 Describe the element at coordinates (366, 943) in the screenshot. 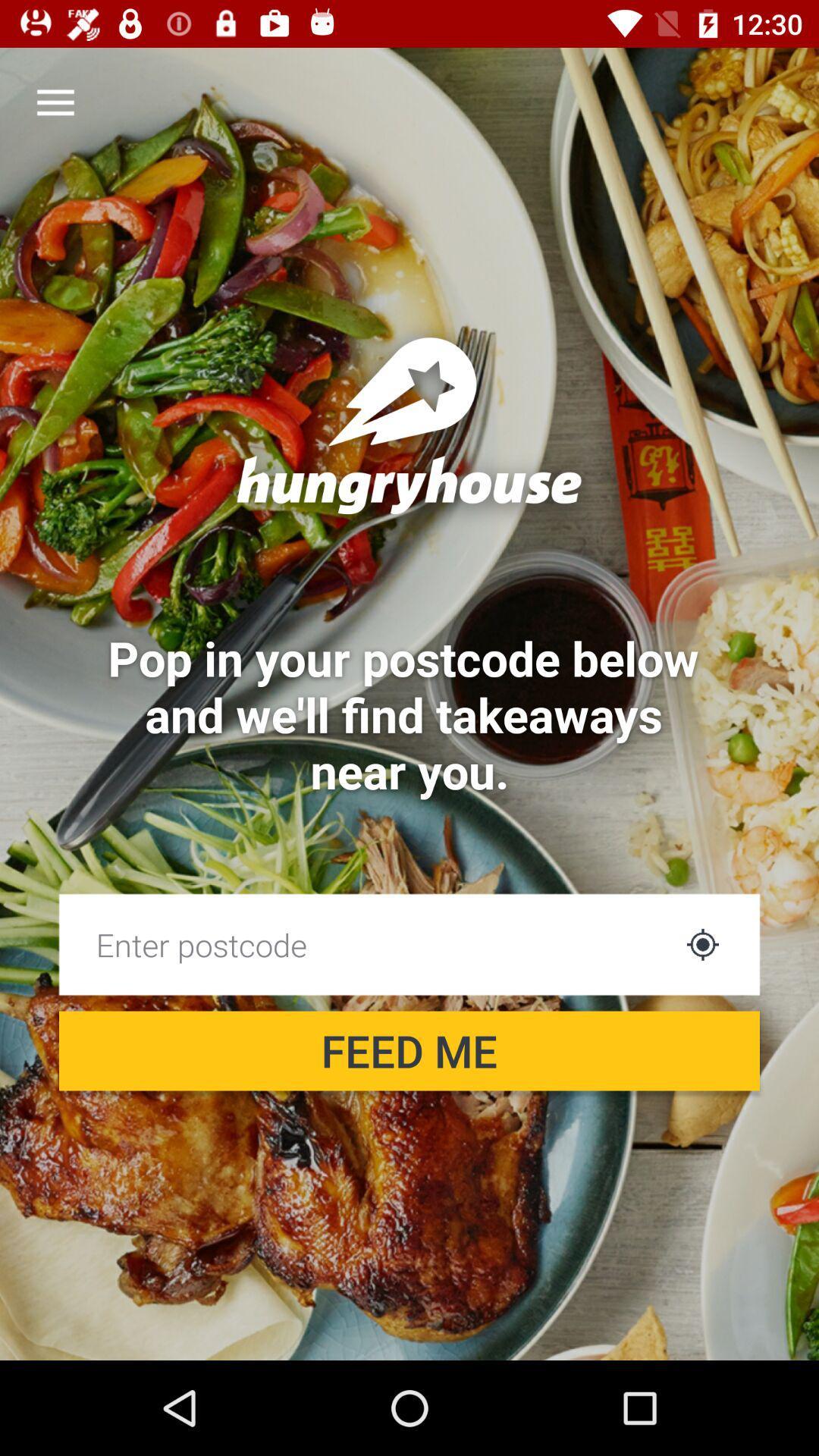

I see `the item above the feed me item` at that location.